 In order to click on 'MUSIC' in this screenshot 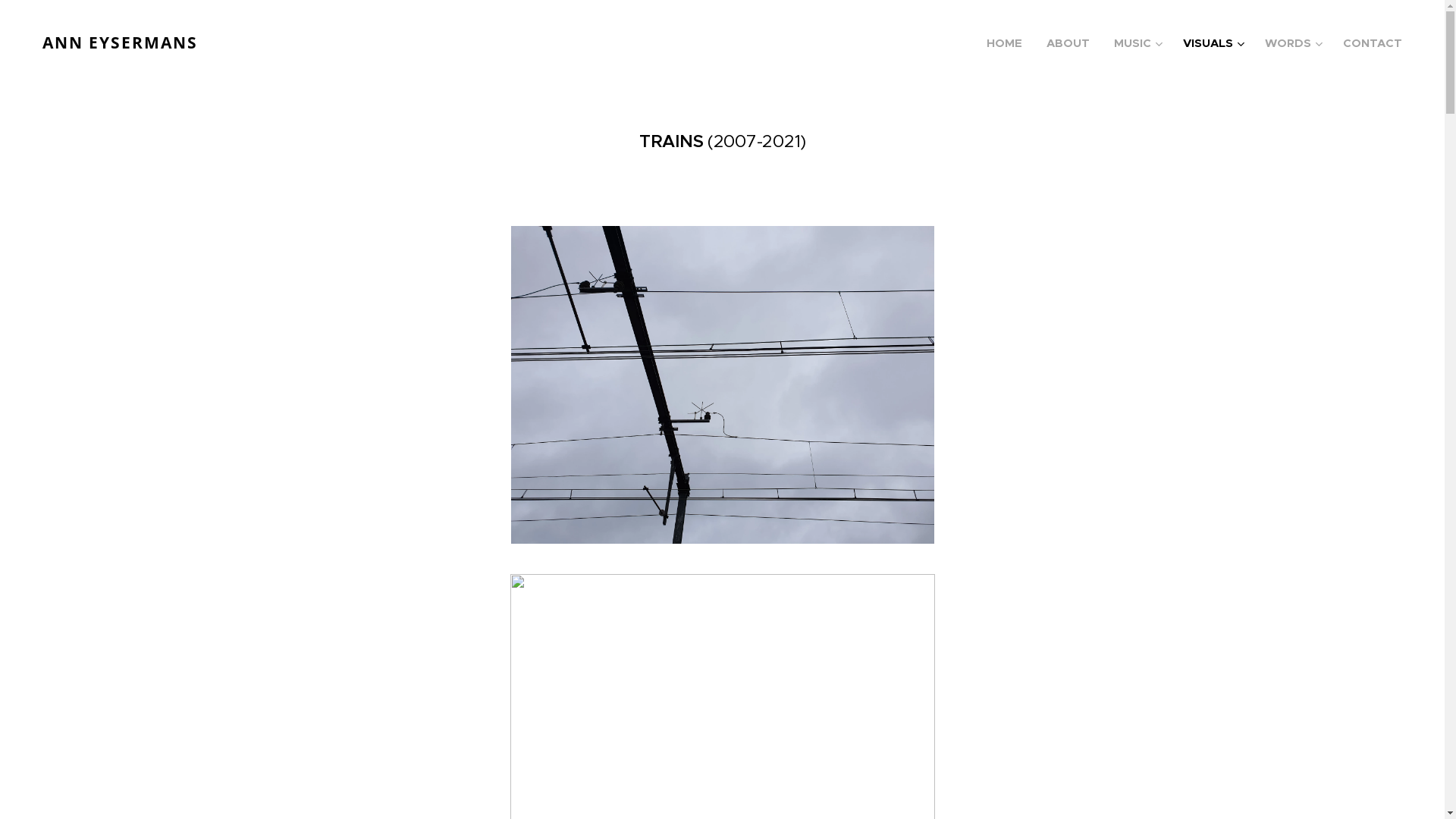, I will do `click(1136, 42)`.